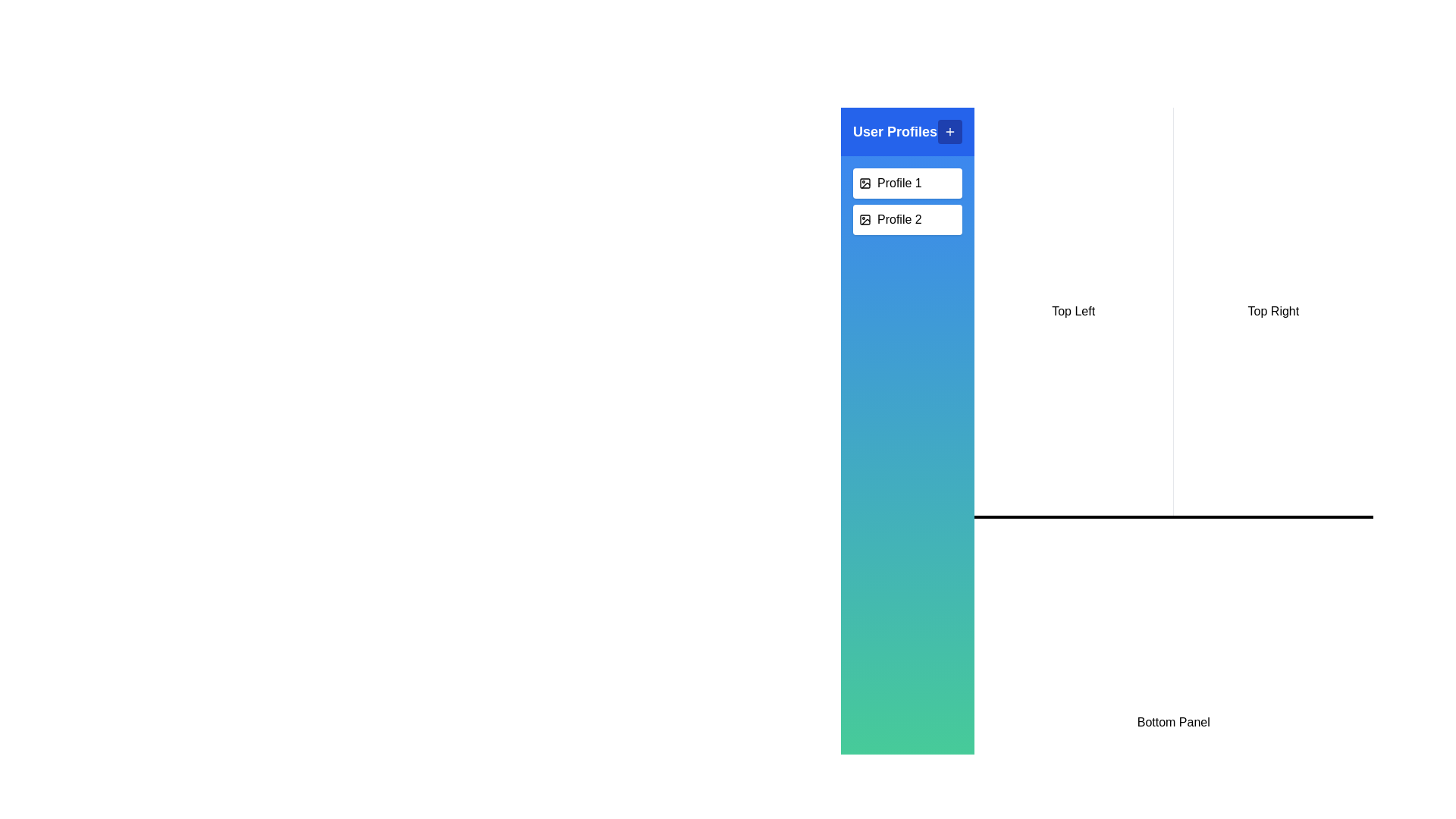 This screenshot has height=819, width=1456. I want to click on the rounded rectangle graphical canvas that is part of the image icon for 'Profile 1', so click(865, 183).